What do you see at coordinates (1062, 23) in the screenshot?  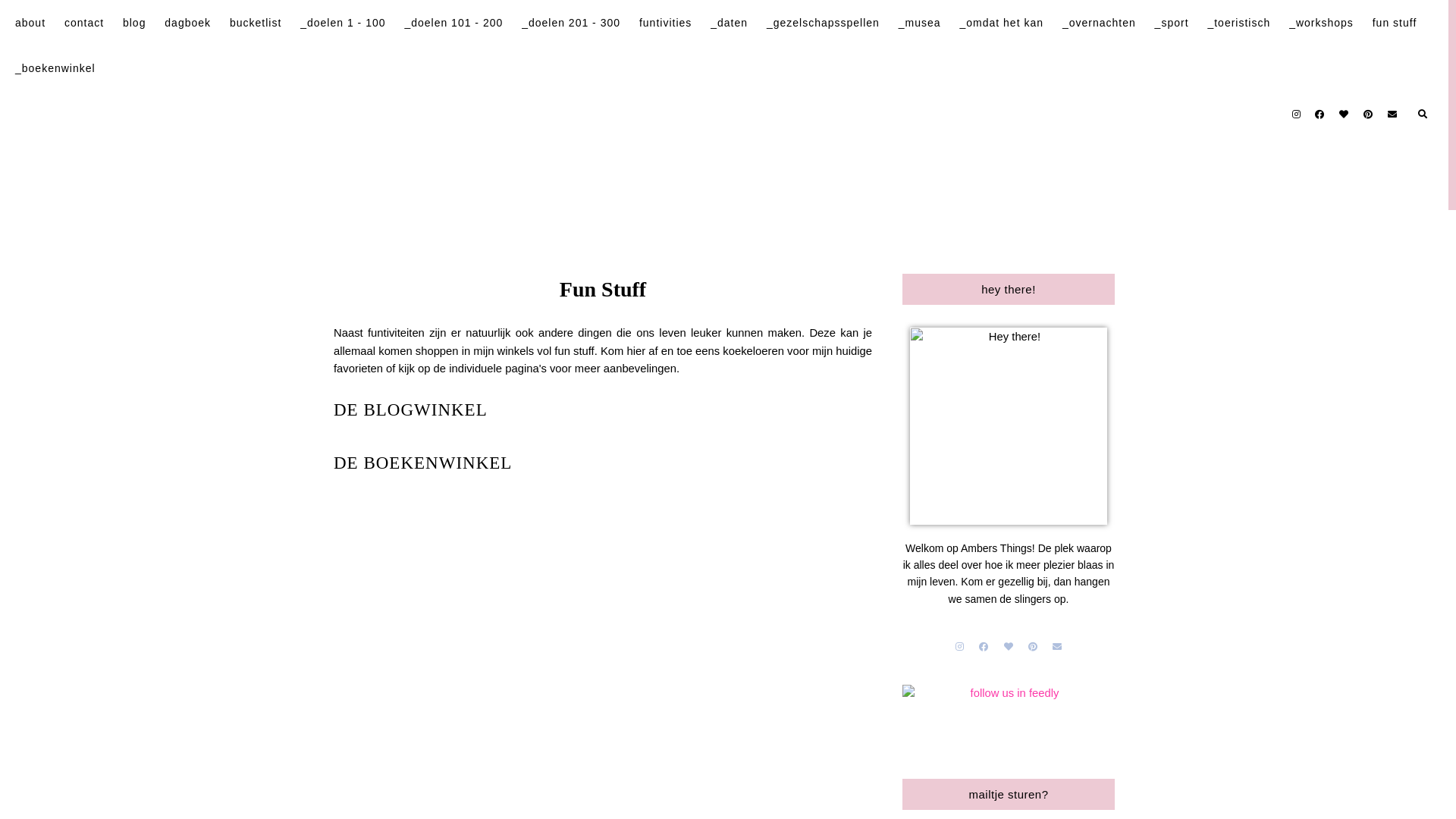 I see `'_overnachten'` at bounding box center [1062, 23].